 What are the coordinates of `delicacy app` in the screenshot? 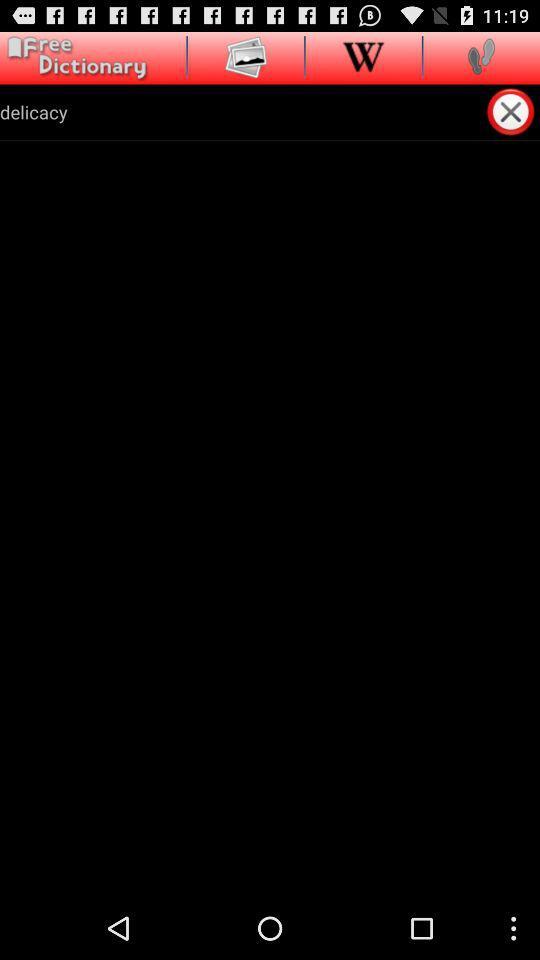 It's located at (242, 111).